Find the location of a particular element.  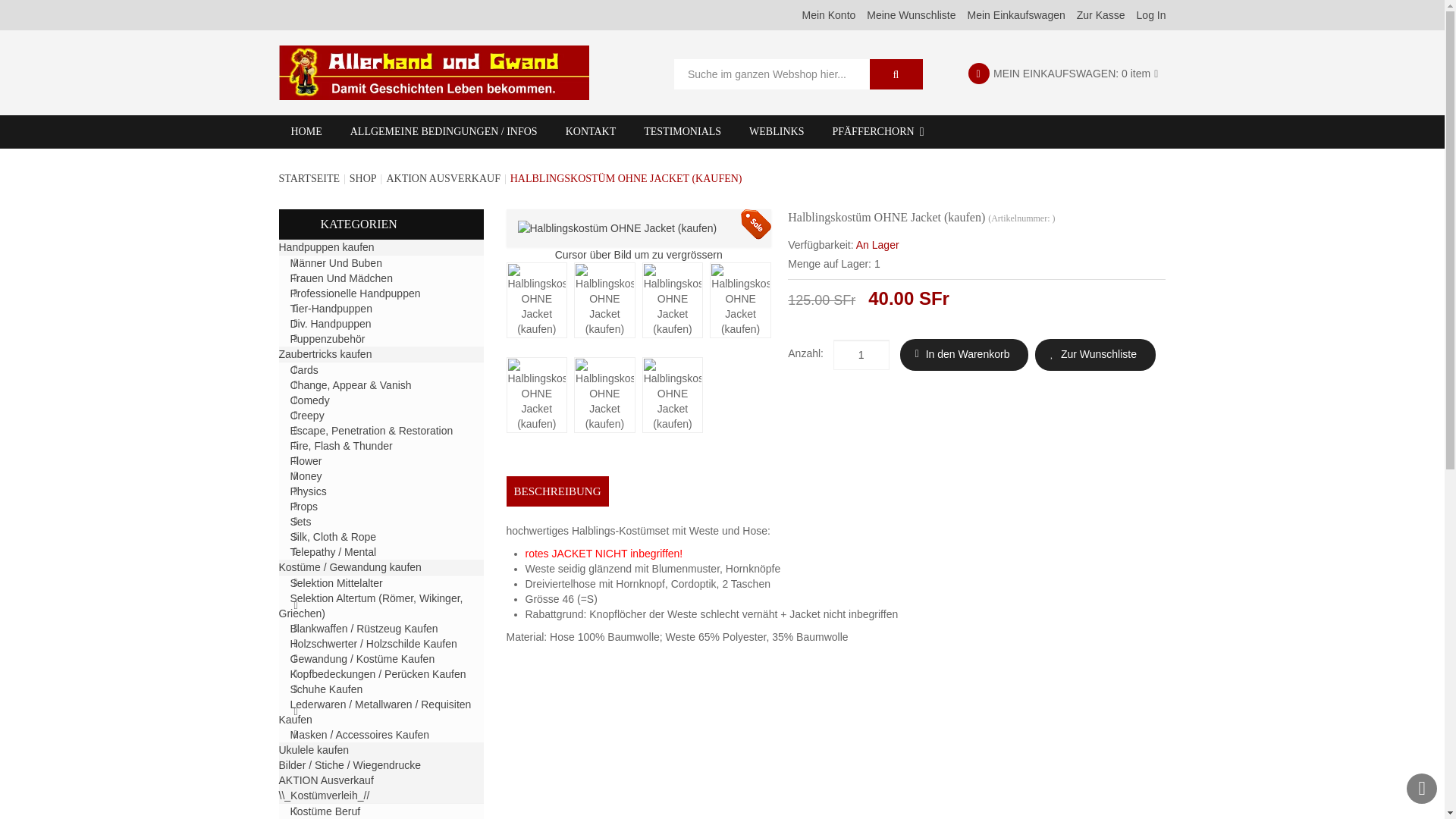

'BESCHREIBUNG' is located at coordinates (557, 491).